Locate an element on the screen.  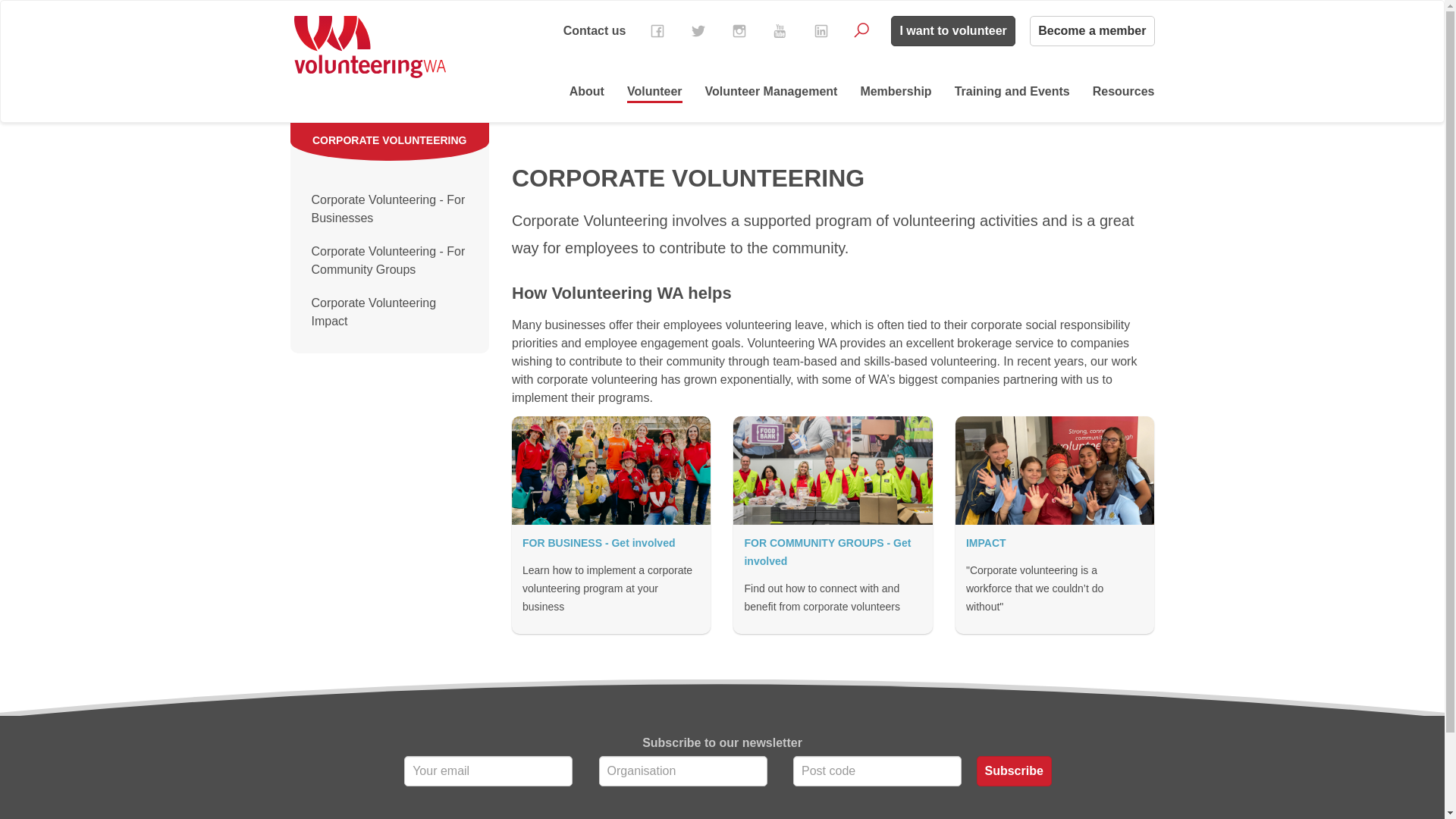
'Membership' is located at coordinates (895, 91).